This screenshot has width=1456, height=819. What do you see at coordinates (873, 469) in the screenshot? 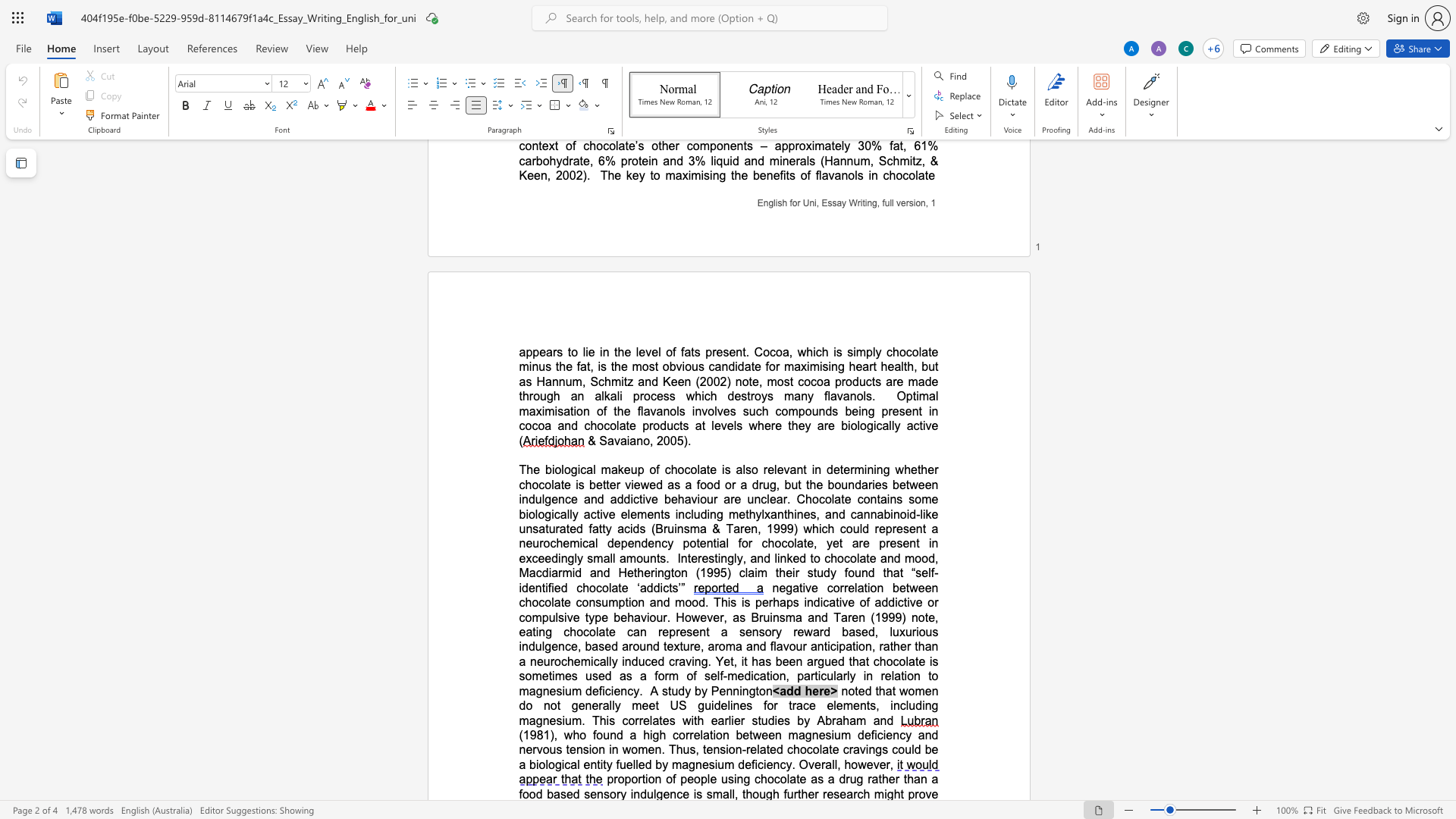
I see `the space between the continuous character "n" and "i" in the text` at bounding box center [873, 469].